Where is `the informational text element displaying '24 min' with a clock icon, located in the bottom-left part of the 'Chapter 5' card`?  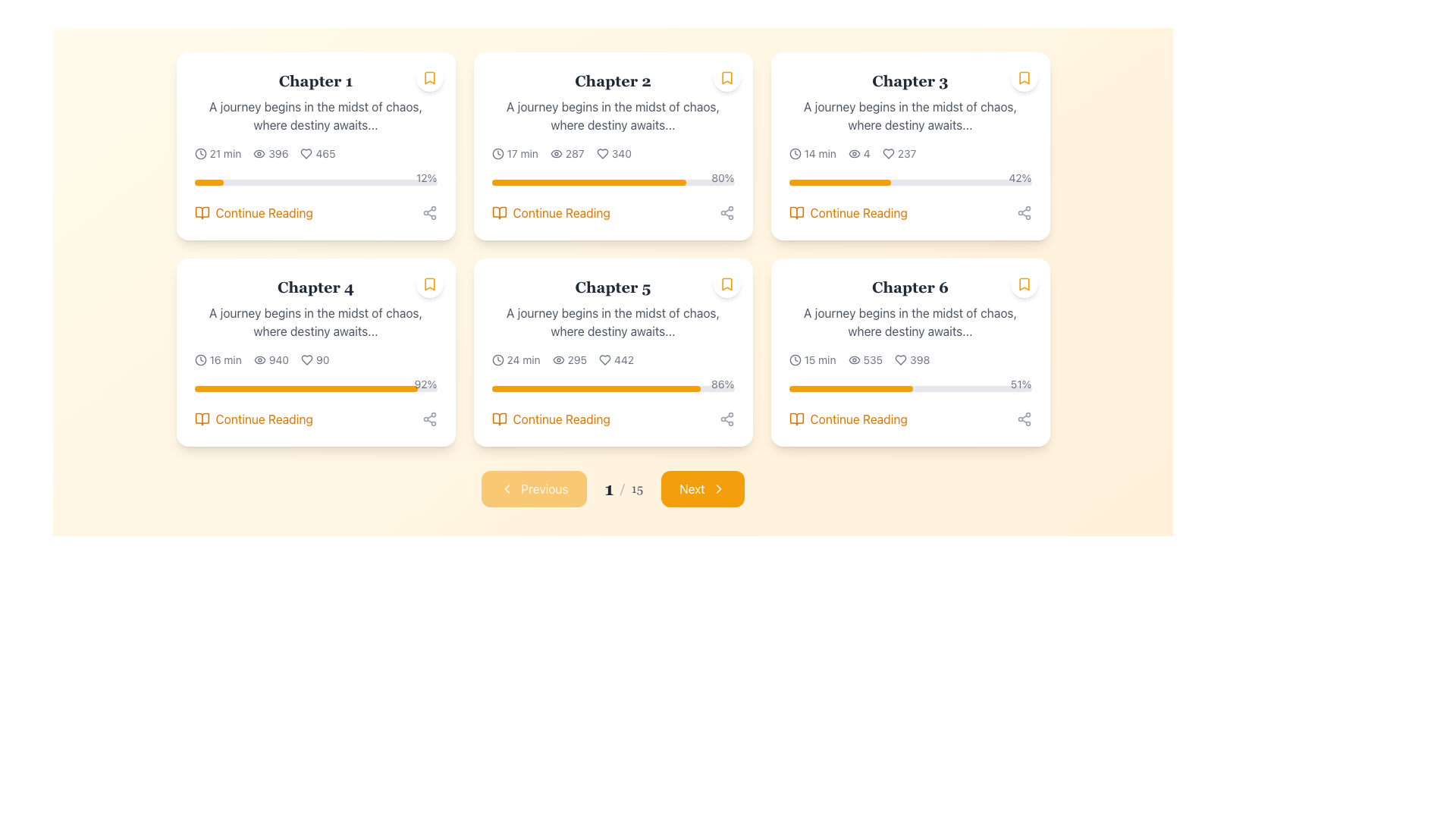 the informational text element displaying '24 min' with a clock icon, located in the bottom-left part of the 'Chapter 5' card is located at coordinates (516, 359).